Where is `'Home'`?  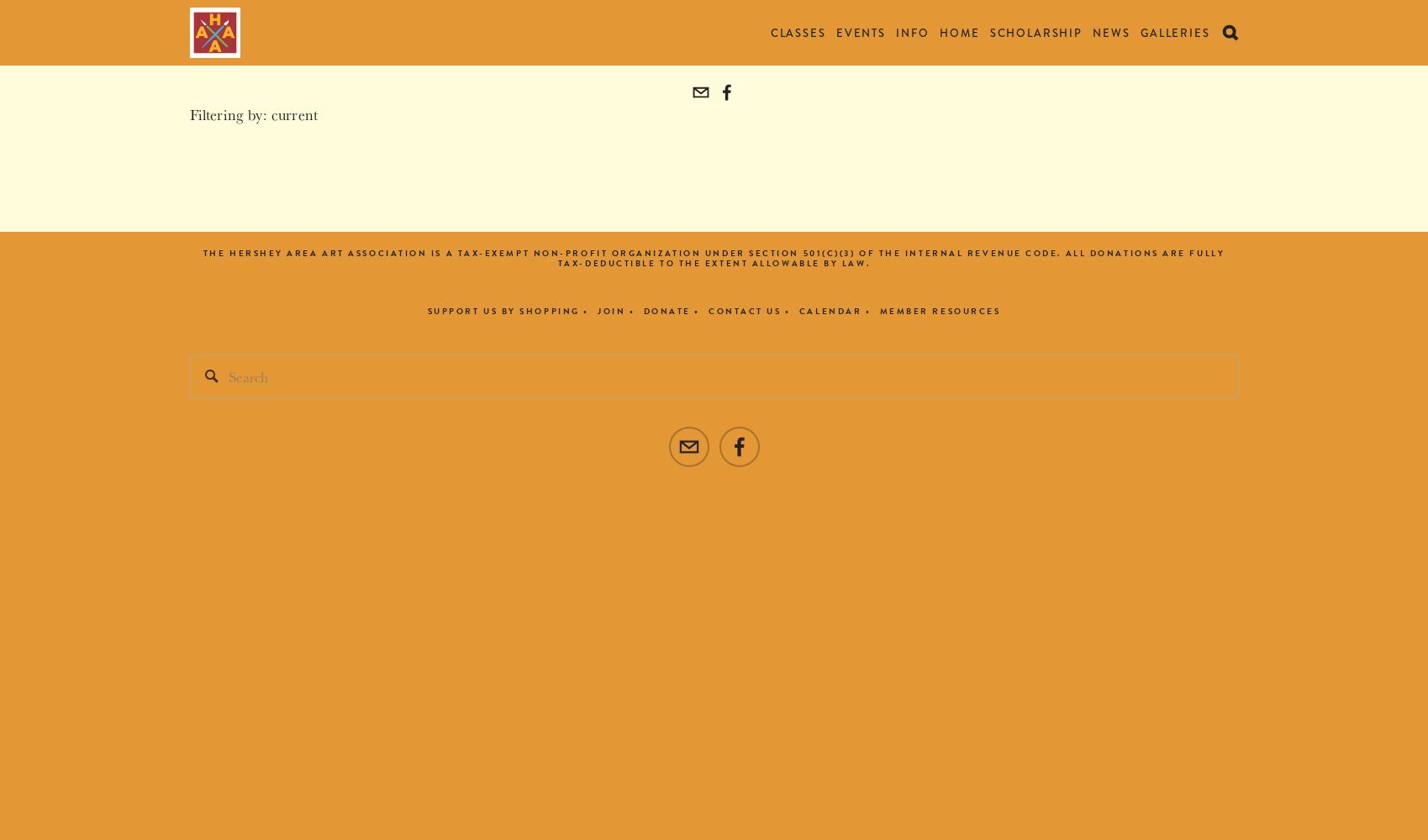
'Home' is located at coordinates (938, 32).